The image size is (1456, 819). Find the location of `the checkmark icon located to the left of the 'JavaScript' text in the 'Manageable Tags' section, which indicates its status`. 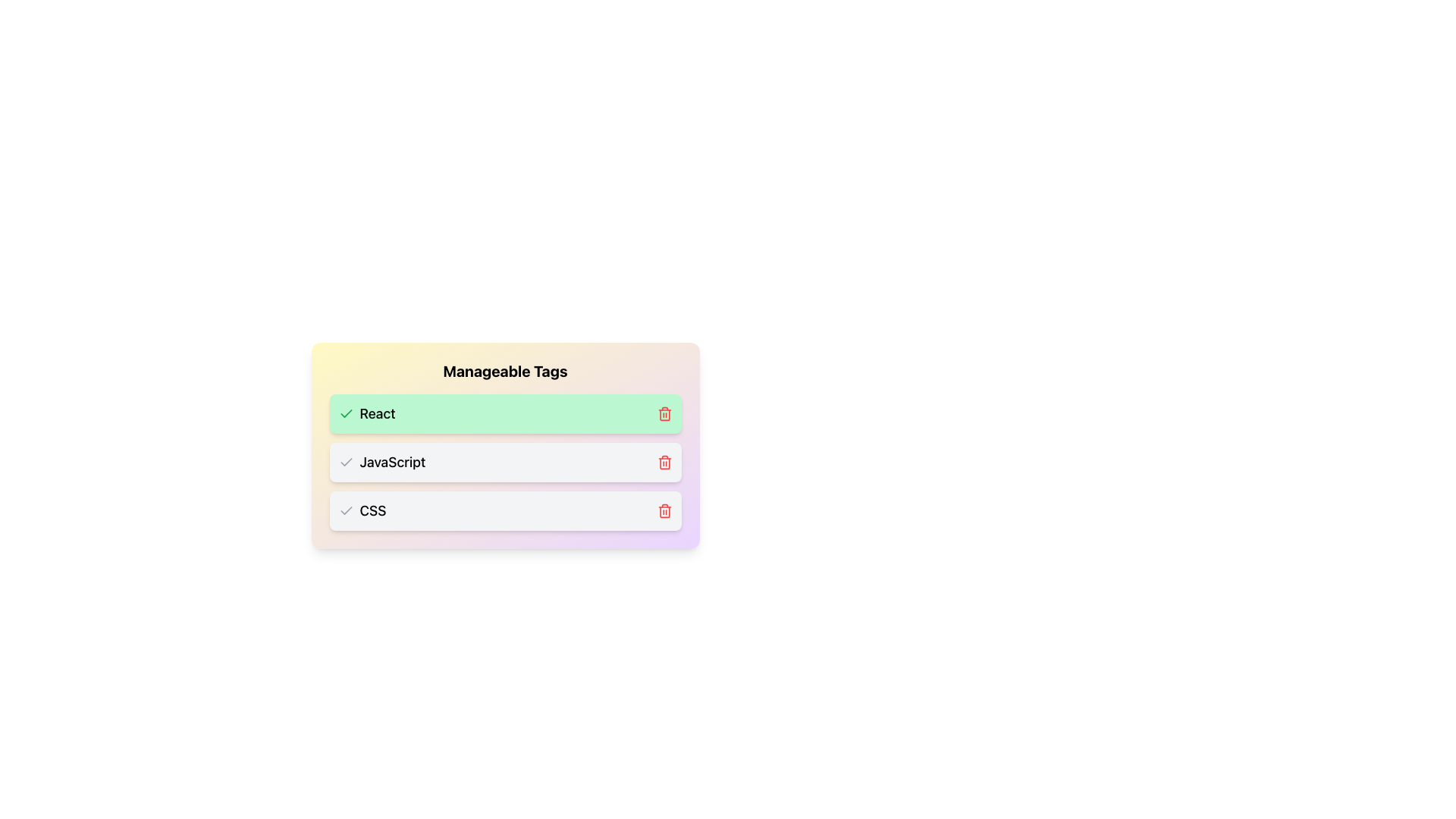

the checkmark icon located to the left of the 'JavaScript' text in the 'Manageable Tags' section, which indicates its status is located at coordinates (345, 461).